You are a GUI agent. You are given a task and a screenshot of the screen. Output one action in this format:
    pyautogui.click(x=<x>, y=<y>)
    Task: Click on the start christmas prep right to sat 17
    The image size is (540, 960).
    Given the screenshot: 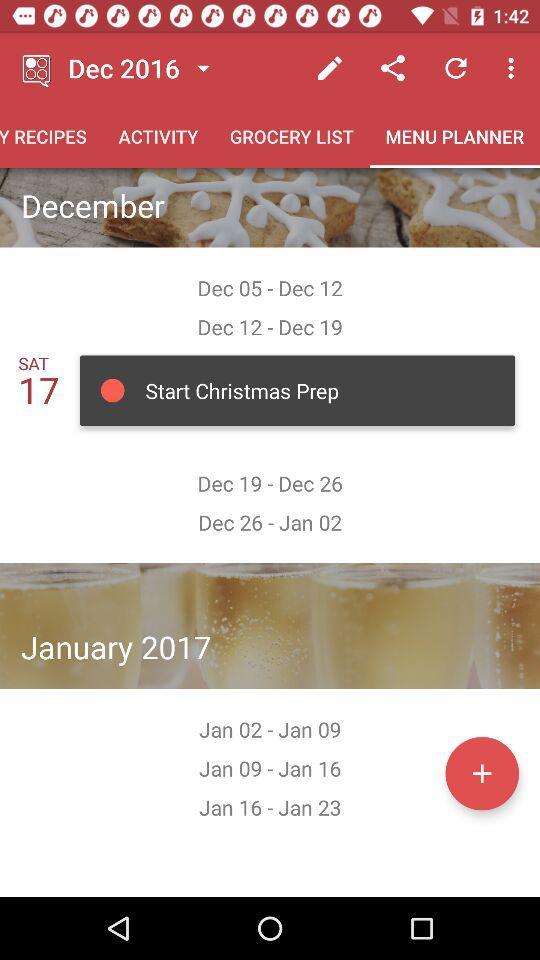 What is the action you would take?
    pyautogui.click(x=296, y=390)
    